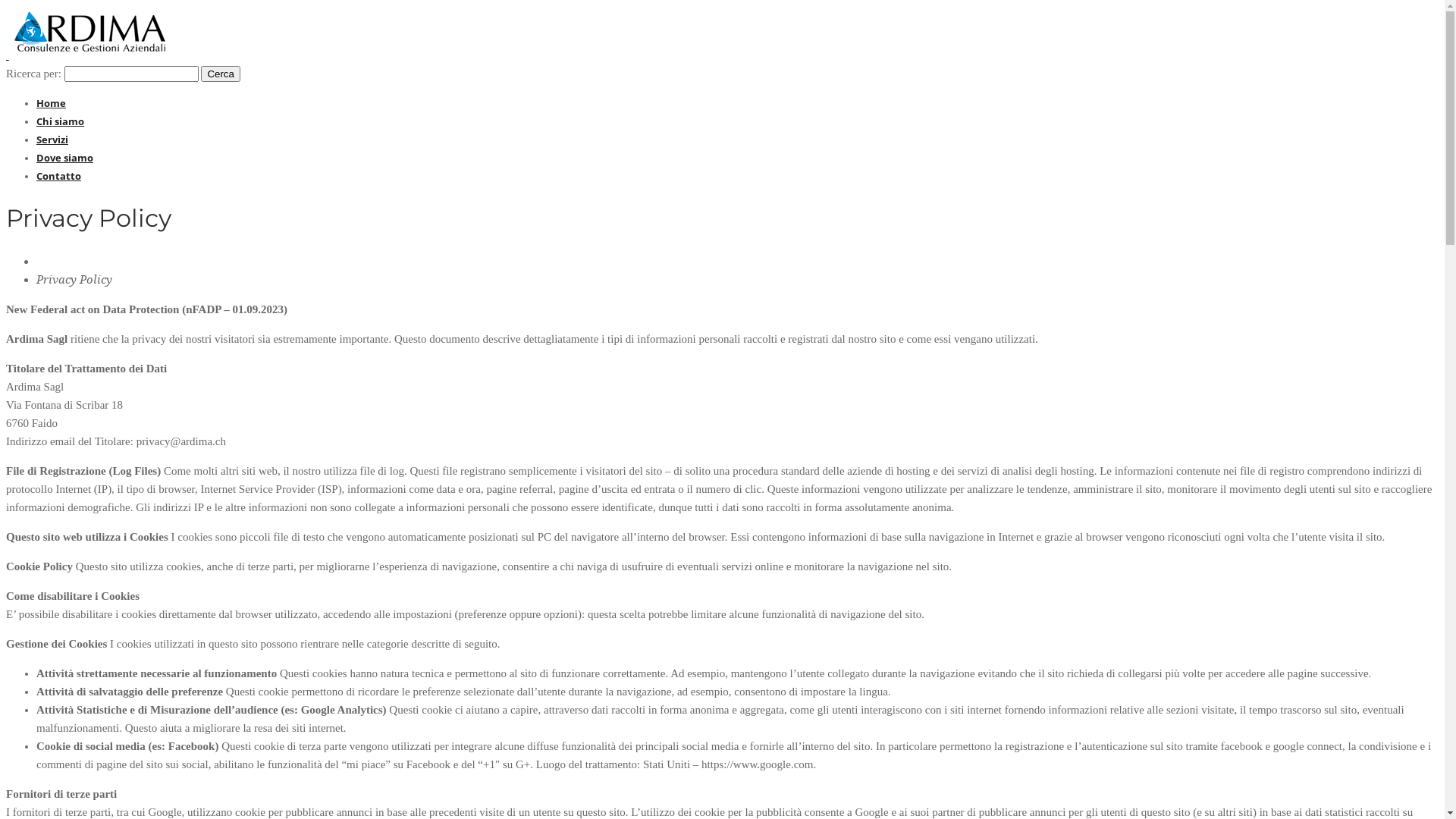 This screenshot has height=819, width=1456. Describe the element at coordinates (60, 120) in the screenshot. I see `'Chi siamo'` at that location.